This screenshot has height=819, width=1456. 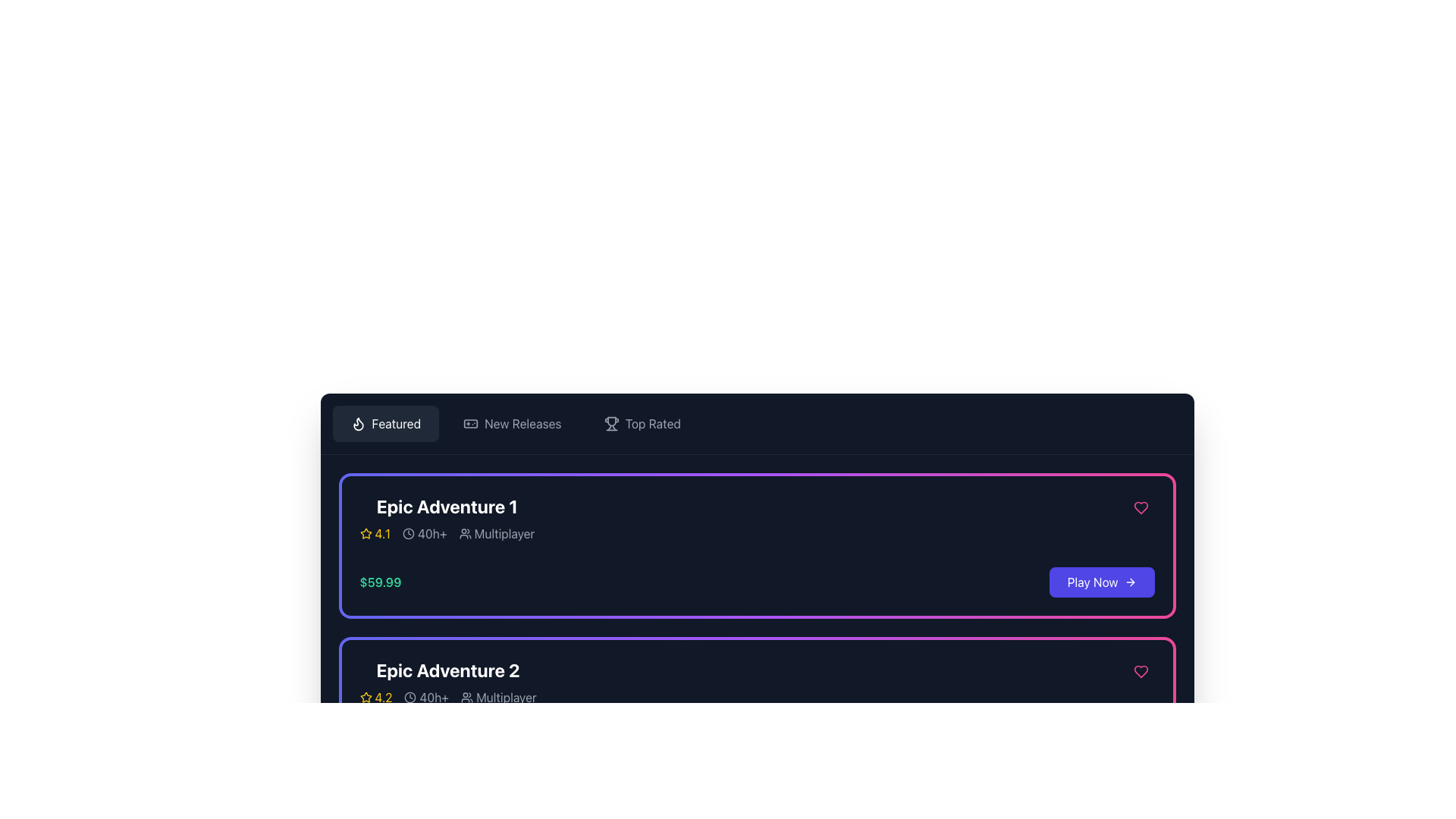 I want to click on the progression icon located at the right end of the 'Play Now' button, which invites users to proceed to gameplay, so click(x=1130, y=581).